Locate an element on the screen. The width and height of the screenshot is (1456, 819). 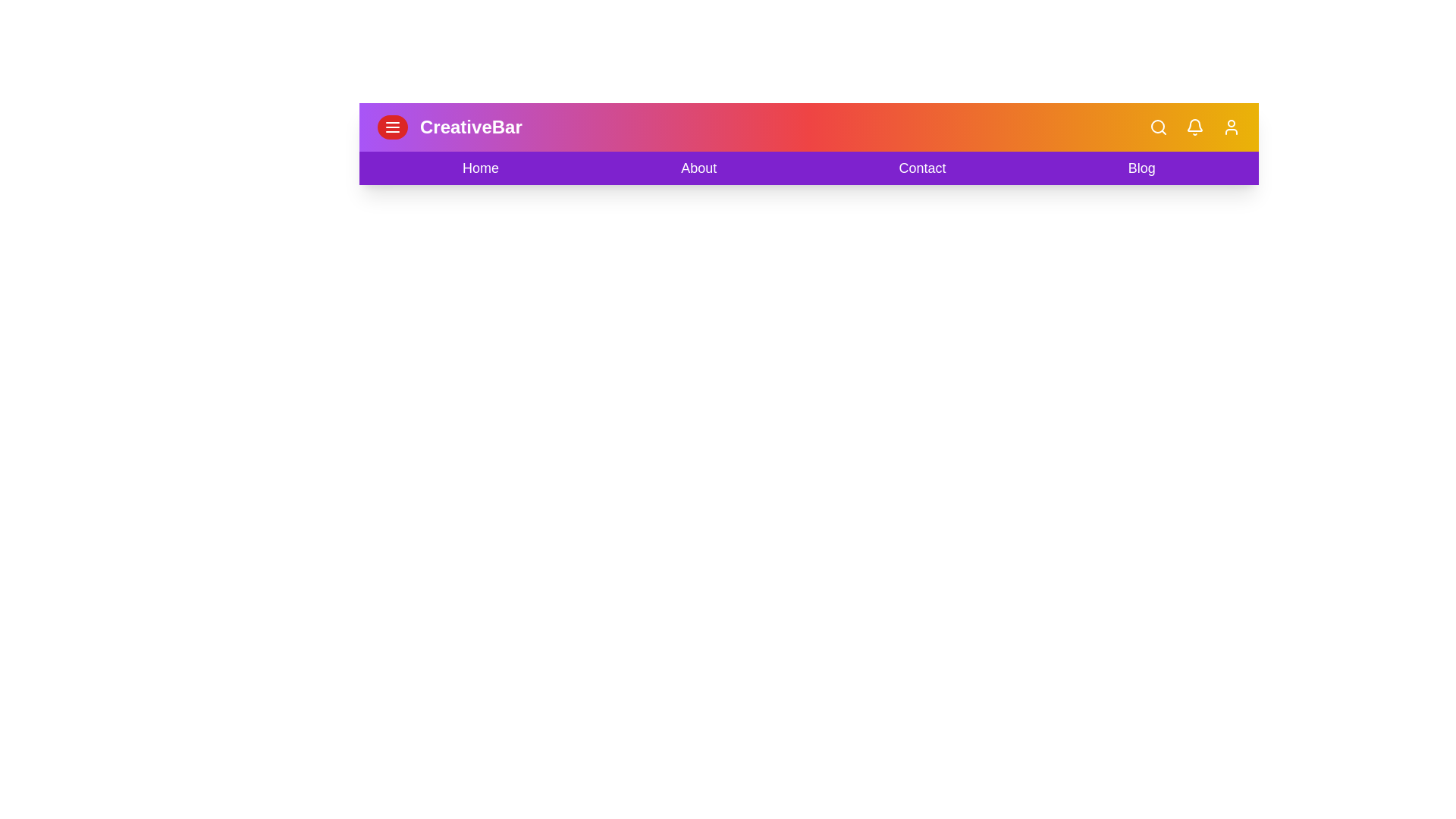
the navigation menu item About is located at coordinates (698, 168).